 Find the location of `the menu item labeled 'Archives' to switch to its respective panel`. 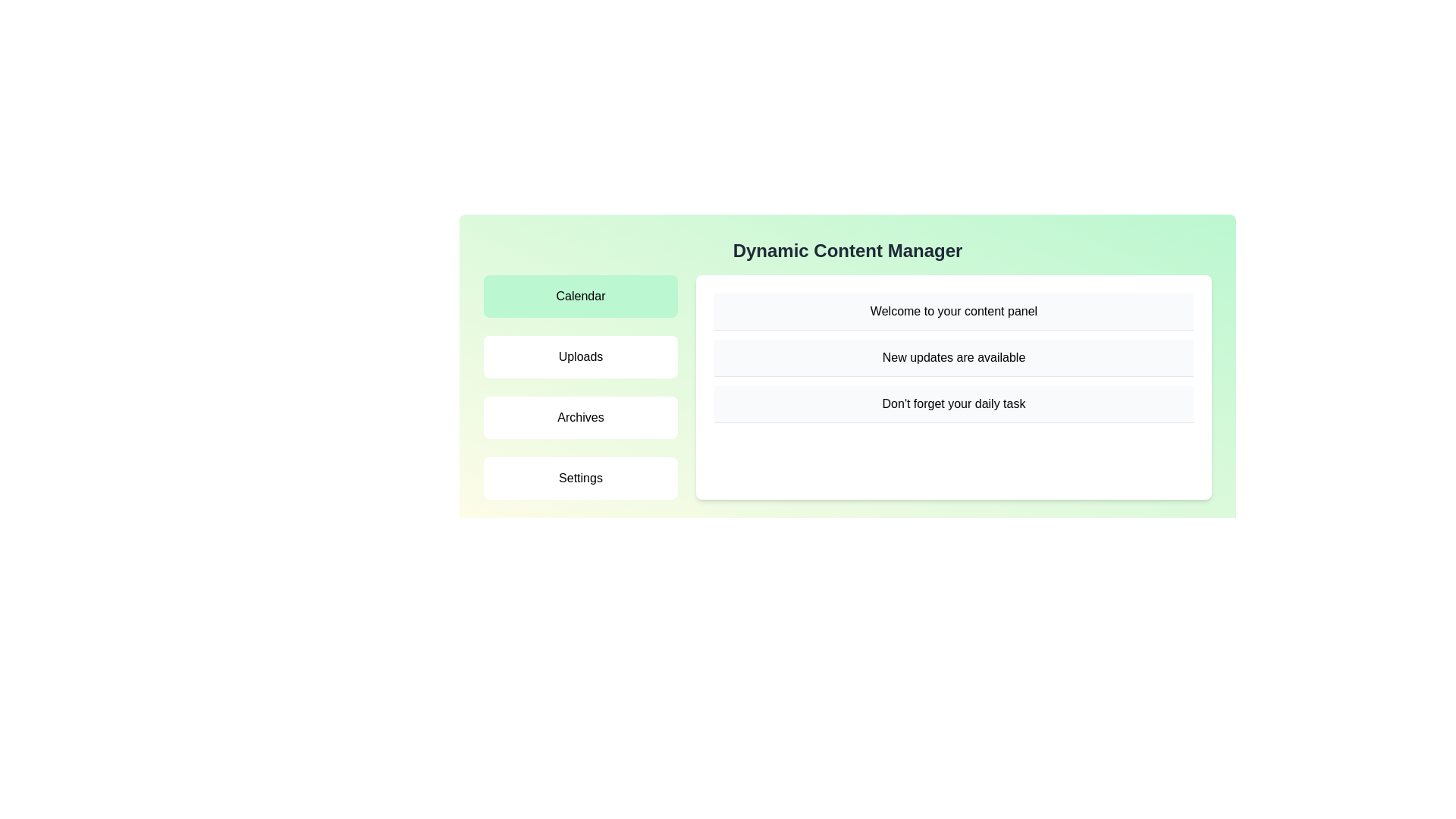

the menu item labeled 'Archives' to switch to its respective panel is located at coordinates (580, 418).